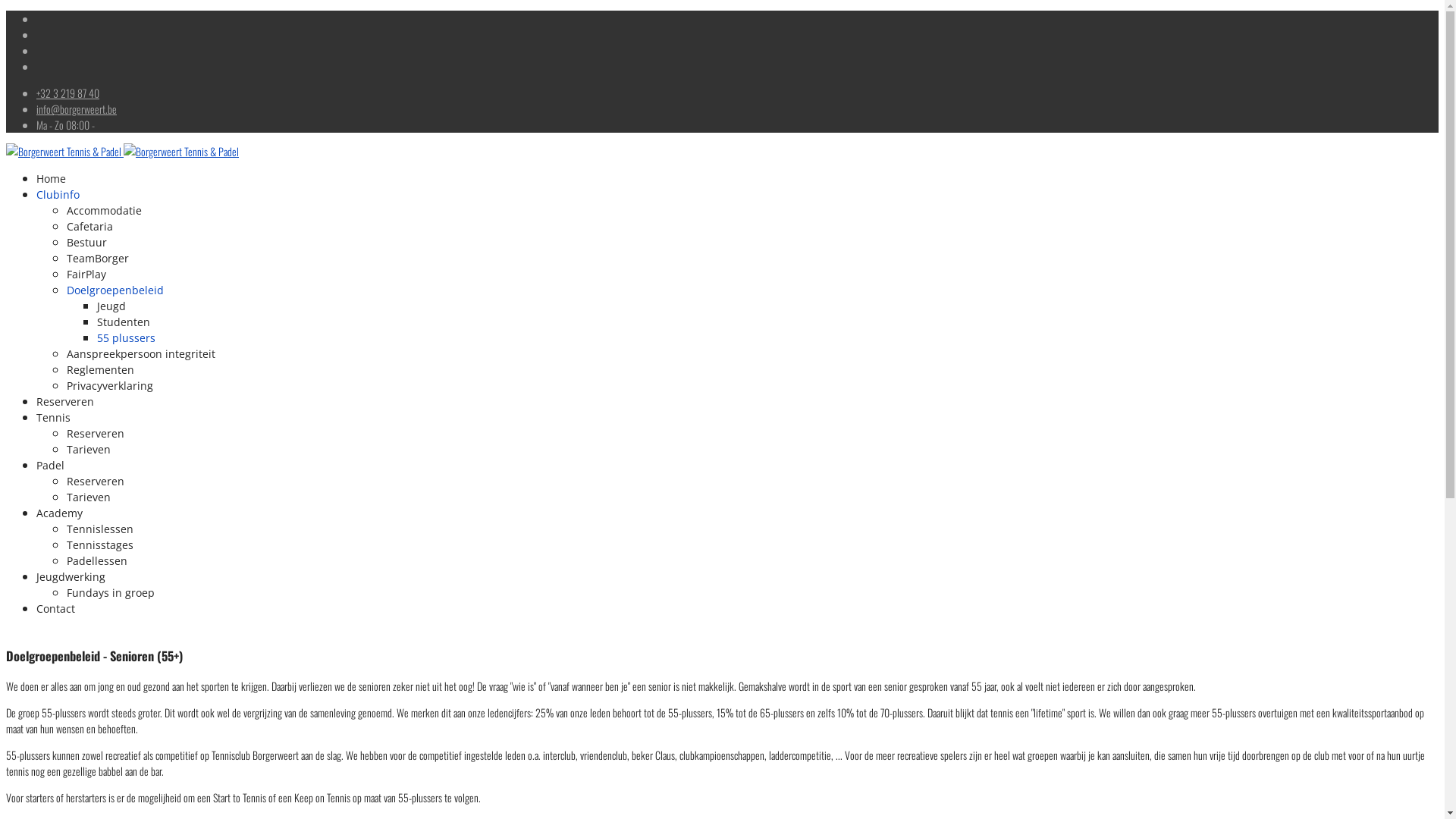 This screenshot has height=819, width=1456. Describe the element at coordinates (36, 108) in the screenshot. I see `'info@borgerweert.be'` at that location.